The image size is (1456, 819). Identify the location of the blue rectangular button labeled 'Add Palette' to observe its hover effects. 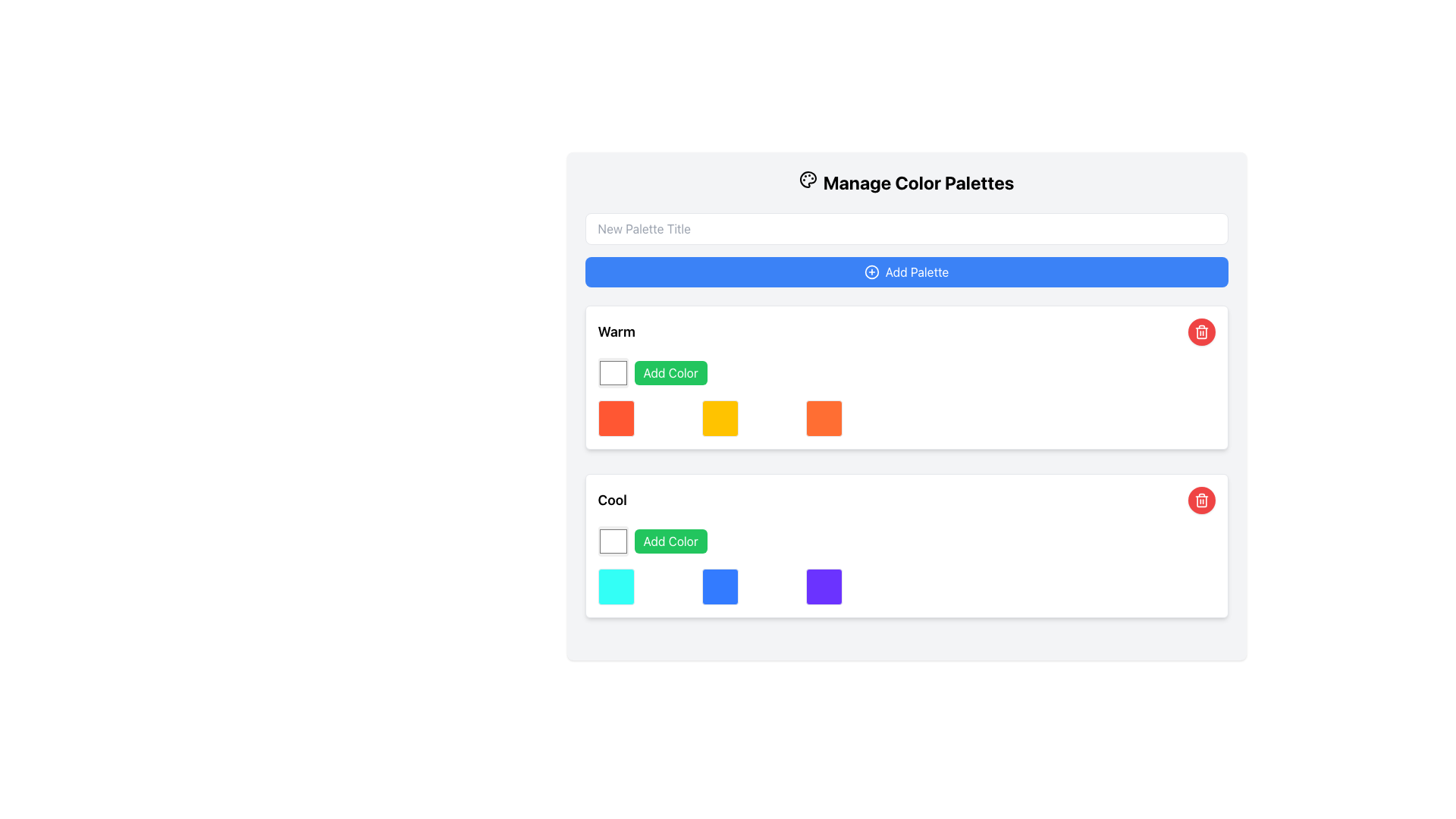
(906, 271).